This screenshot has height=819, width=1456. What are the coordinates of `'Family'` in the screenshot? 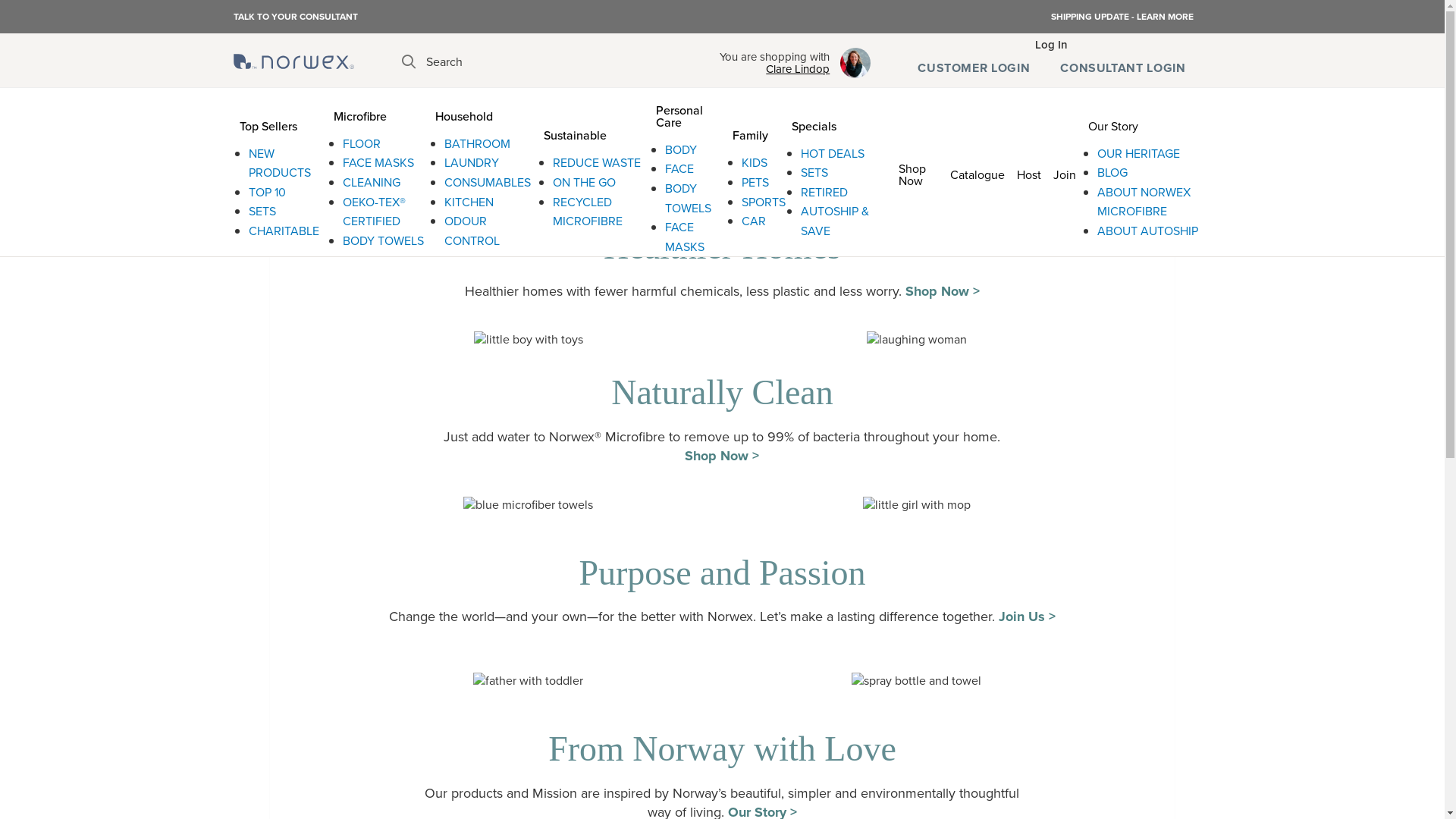 It's located at (756, 132).